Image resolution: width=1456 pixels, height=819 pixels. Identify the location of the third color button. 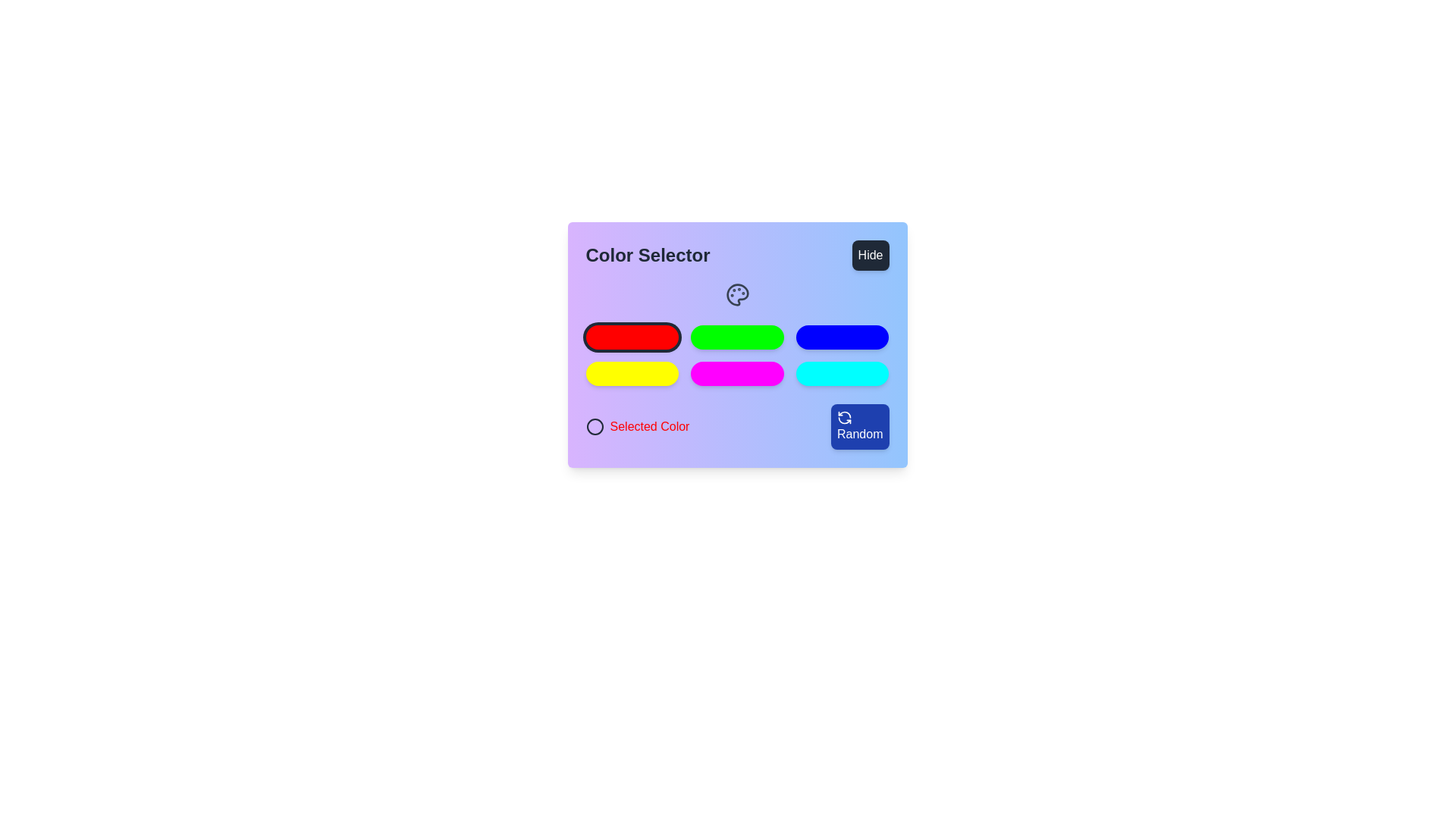
(737, 366).